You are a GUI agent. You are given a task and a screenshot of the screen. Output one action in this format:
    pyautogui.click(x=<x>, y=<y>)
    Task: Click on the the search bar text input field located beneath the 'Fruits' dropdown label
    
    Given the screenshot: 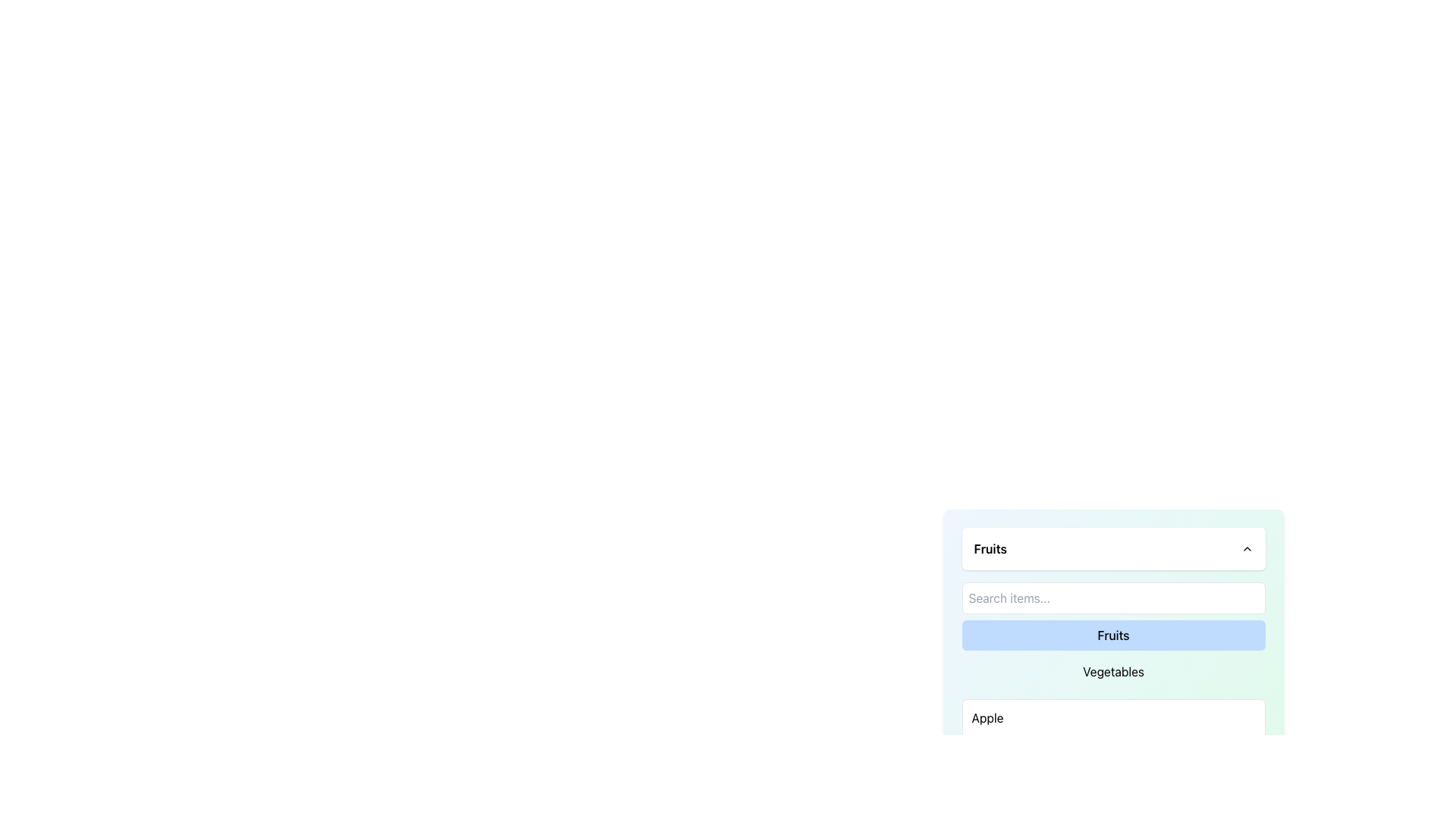 What is the action you would take?
    pyautogui.click(x=1113, y=612)
    